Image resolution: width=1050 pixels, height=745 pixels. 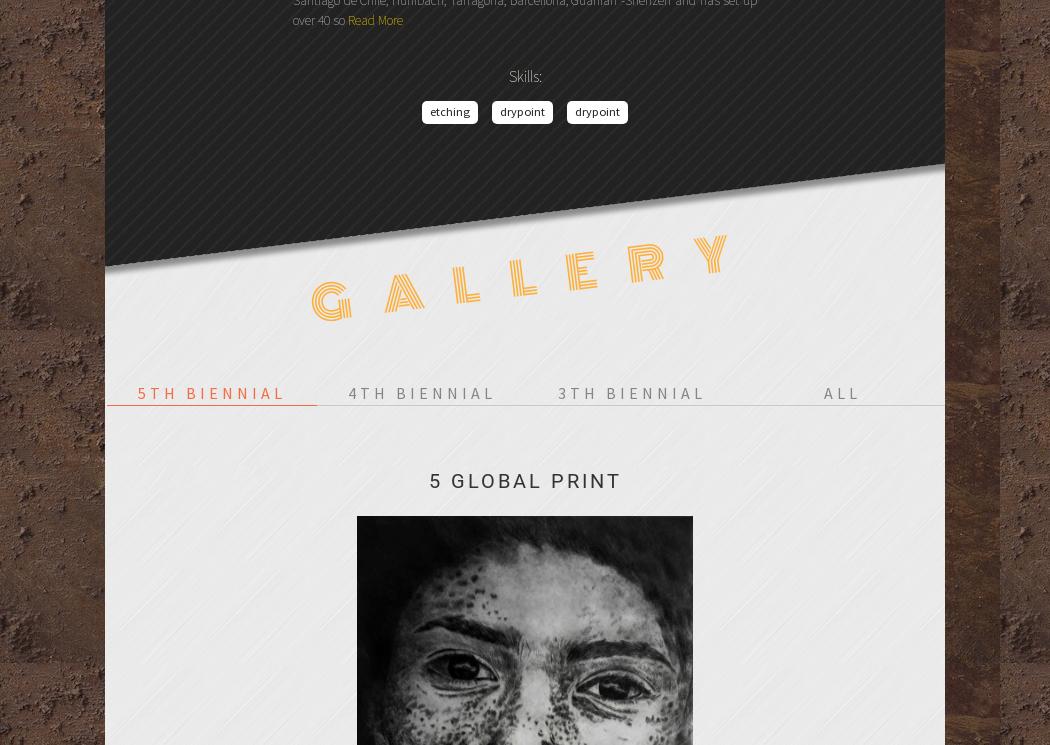 What do you see at coordinates (534, 276) in the screenshot?
I see `'Gallery'` at bounding box center [534, 276].